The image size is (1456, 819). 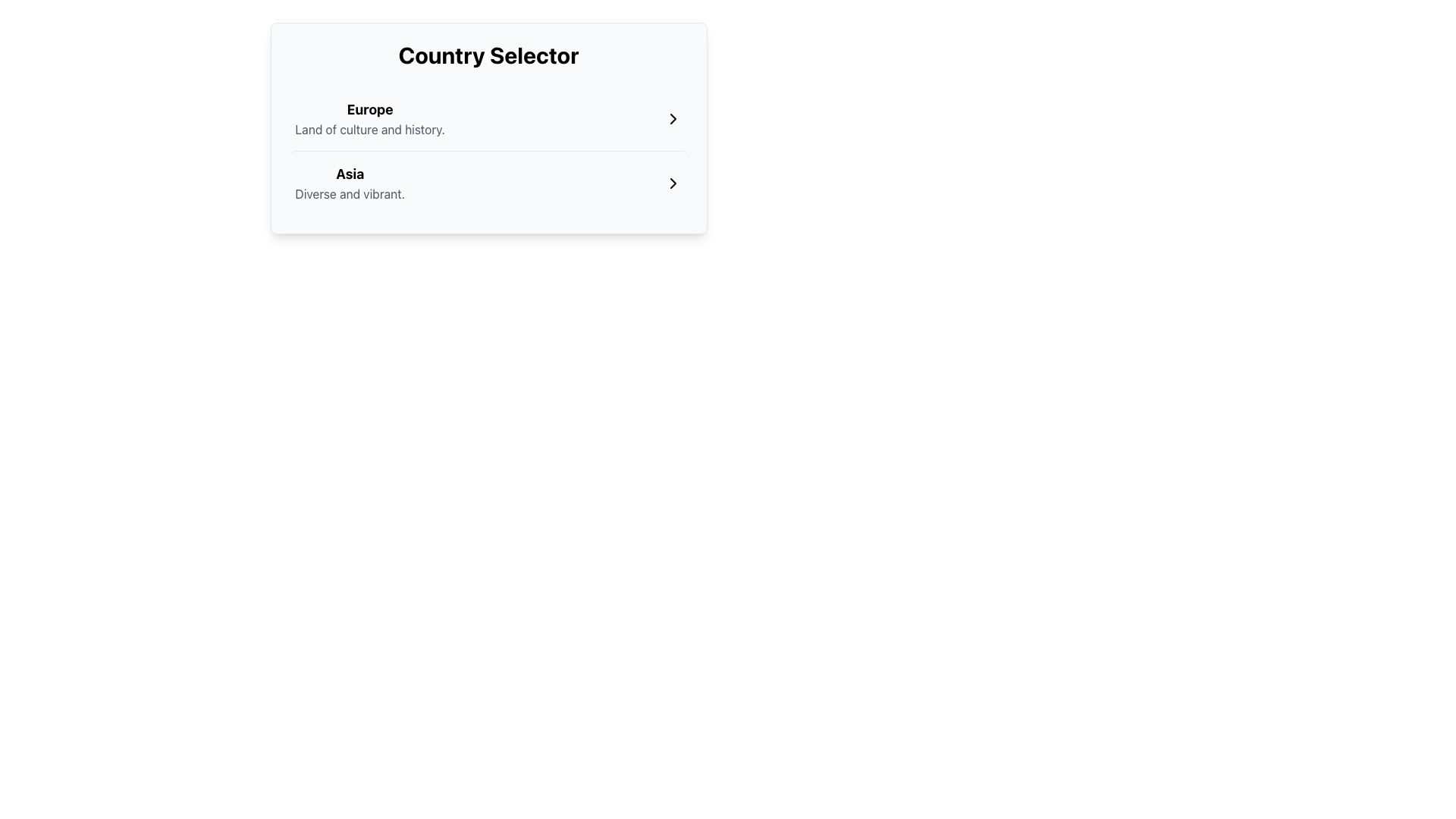 What do you see at coordinates (349, 183) in the screenshot?
I see `the second selectable list item labeled 'Asia' which has a bold top line and a smaller gray bottom line` at bounding box center [349, 183].